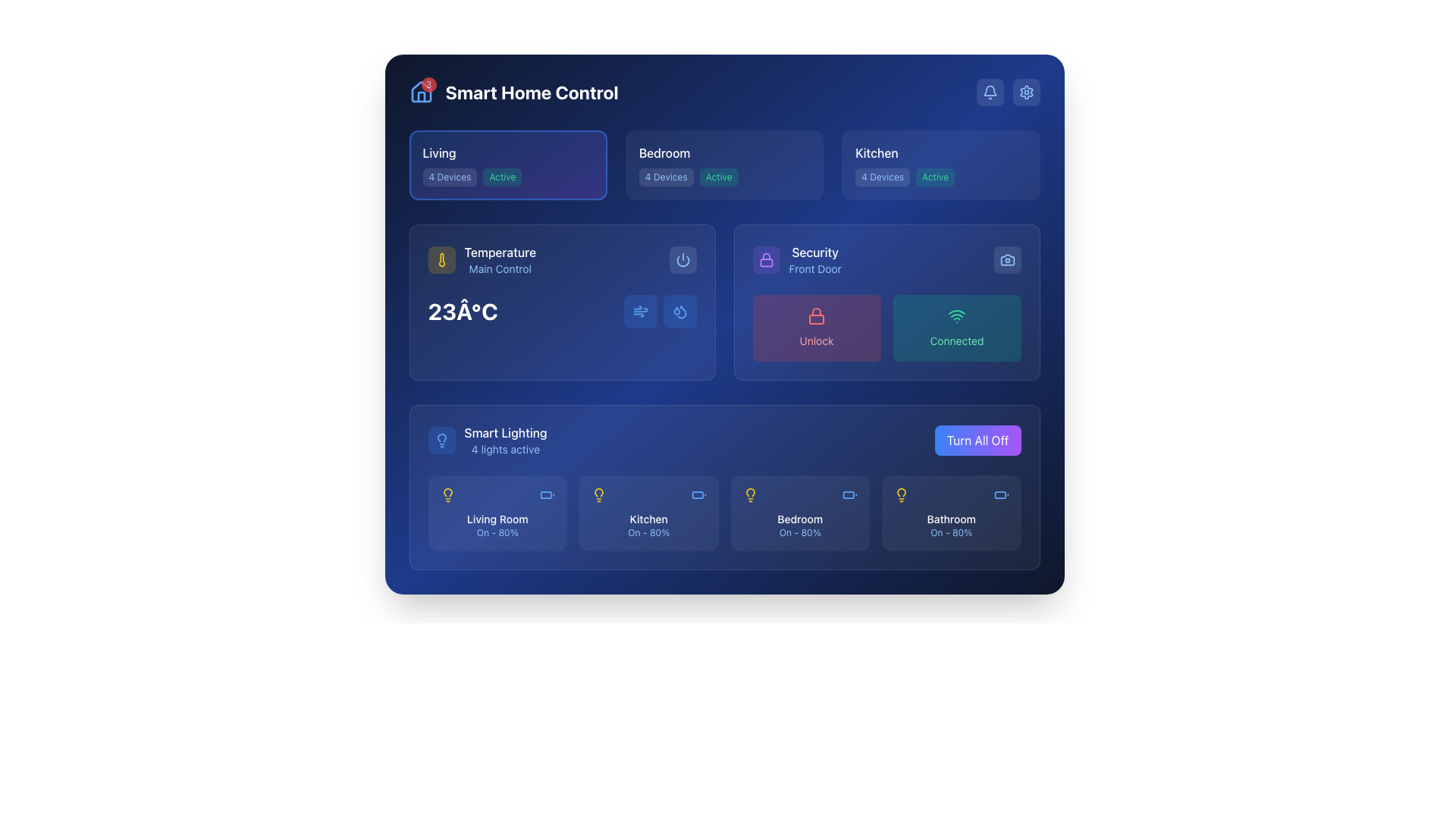 This screenshot has width=1456, height=819. What do you see at coordinates (934, 177) in the screenshot?
I see `the 'Active' status indicator text label in the Kitchen section of the smart home interface` at bounding box center [934, 177].